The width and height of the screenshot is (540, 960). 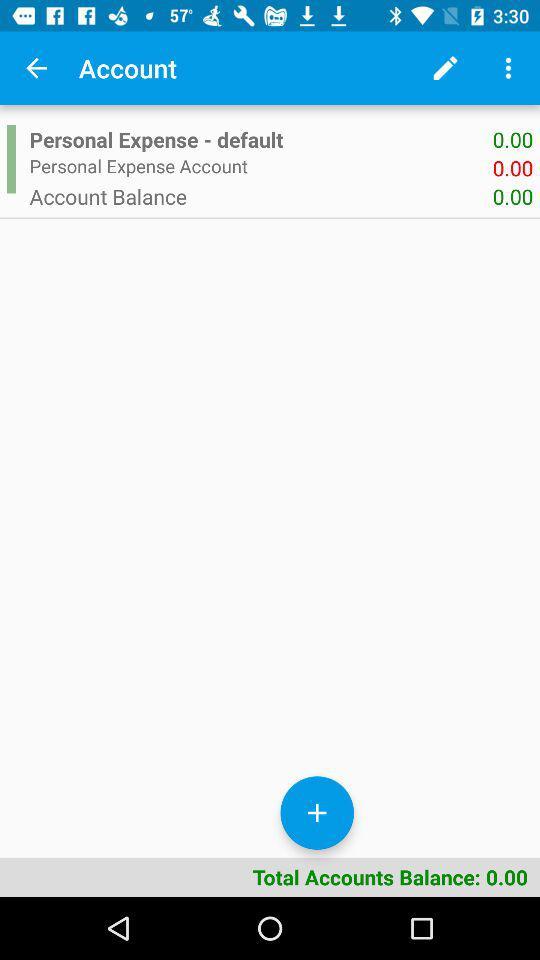 I want to click on account balance, so click(x=261, y=196).